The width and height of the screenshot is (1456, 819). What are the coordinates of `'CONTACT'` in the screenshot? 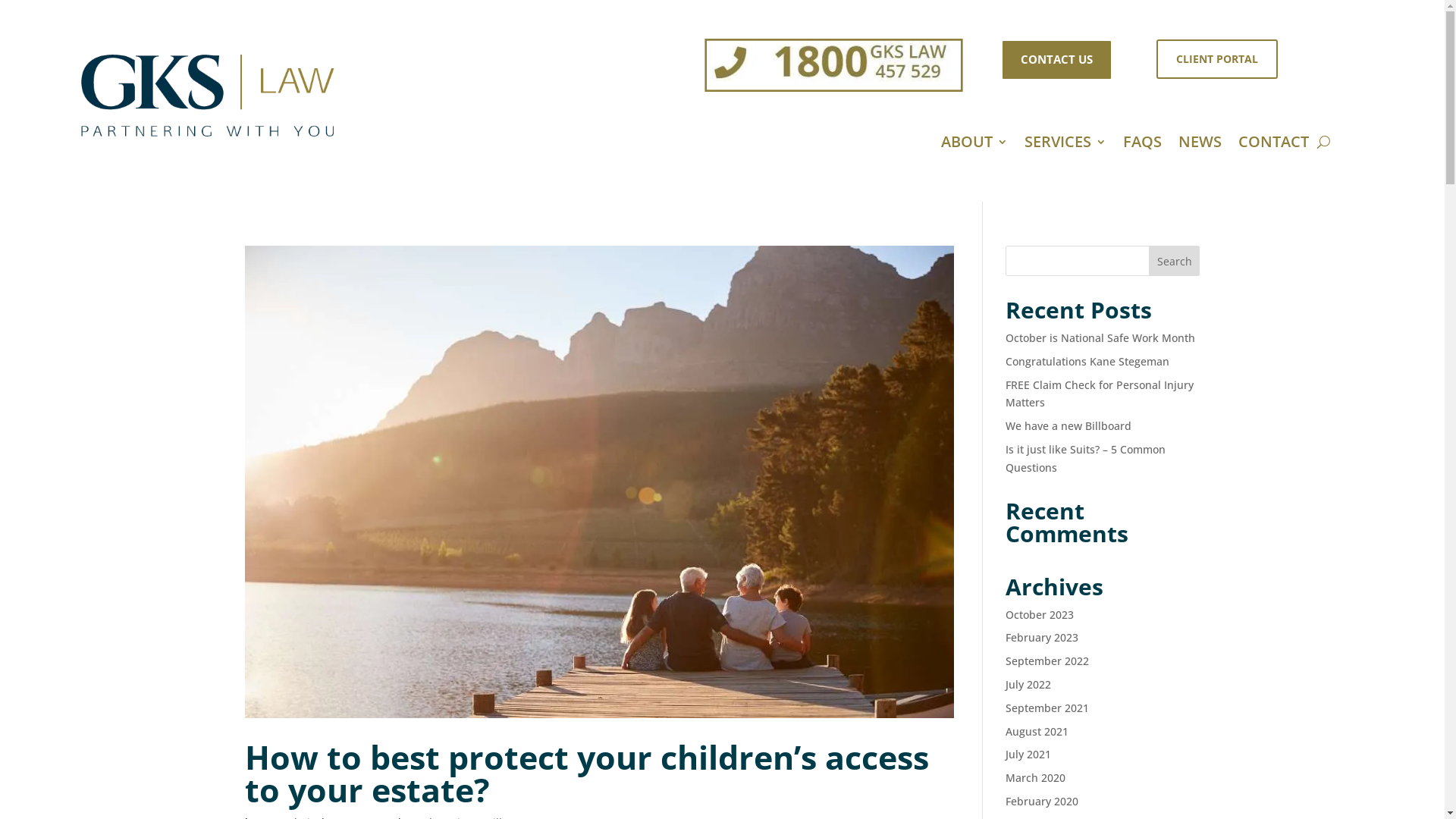 It's located at (1273, 145).